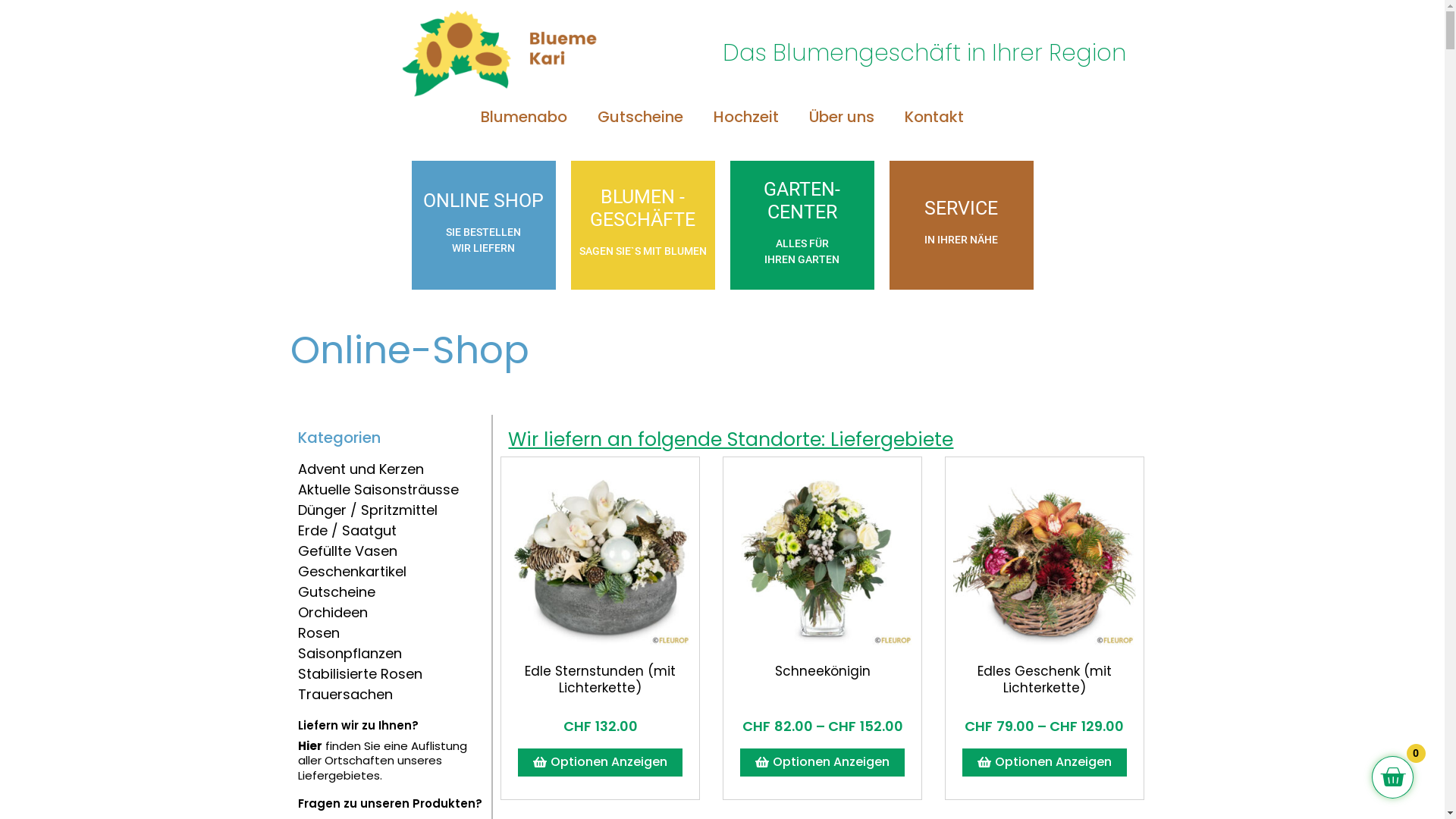 This screenshot has width=1456, height=819. I want to click on 'Advent und Kerzen', so click(359, 468).